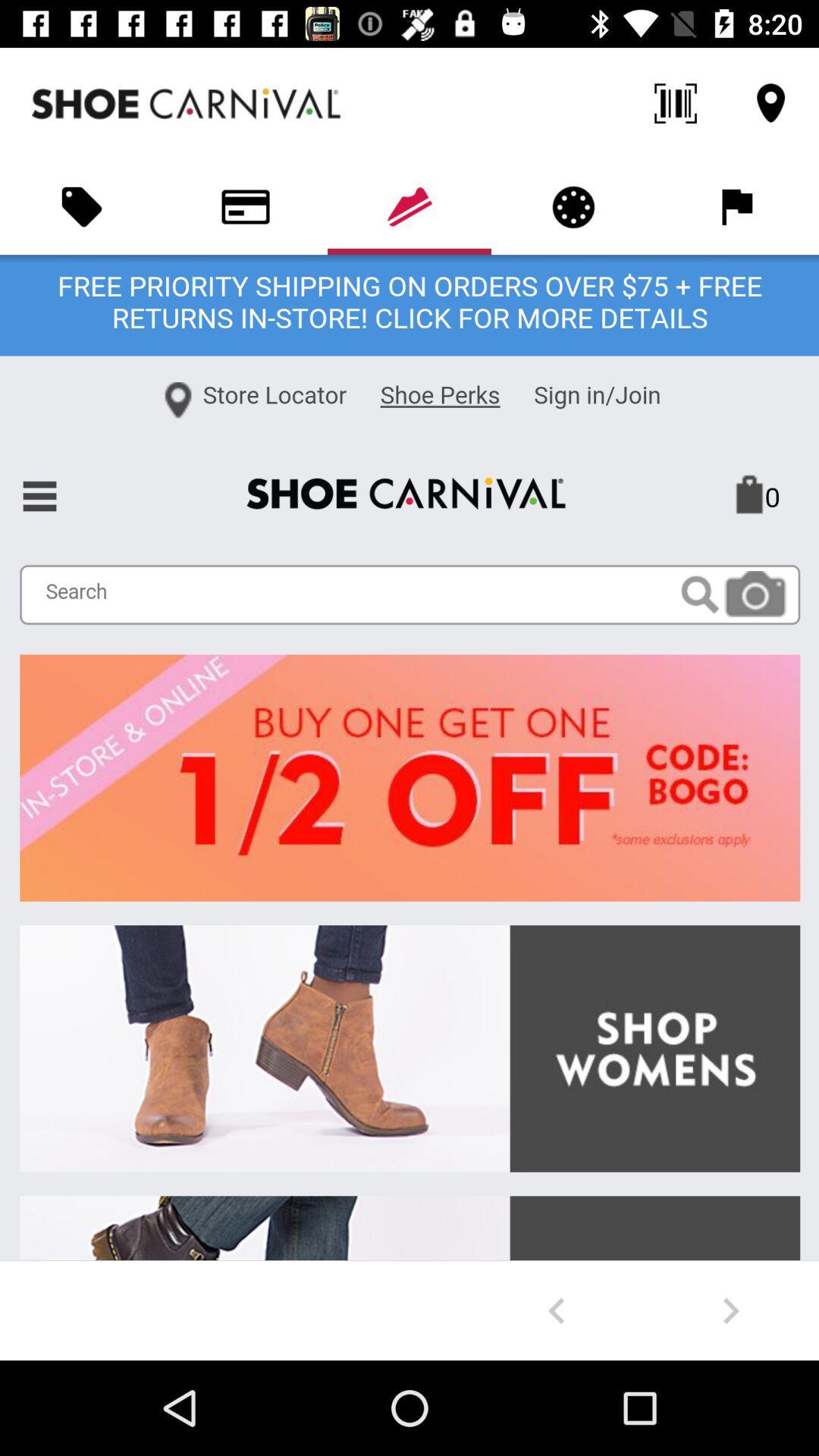  I want to click on more shoes, so click(730, 1310).